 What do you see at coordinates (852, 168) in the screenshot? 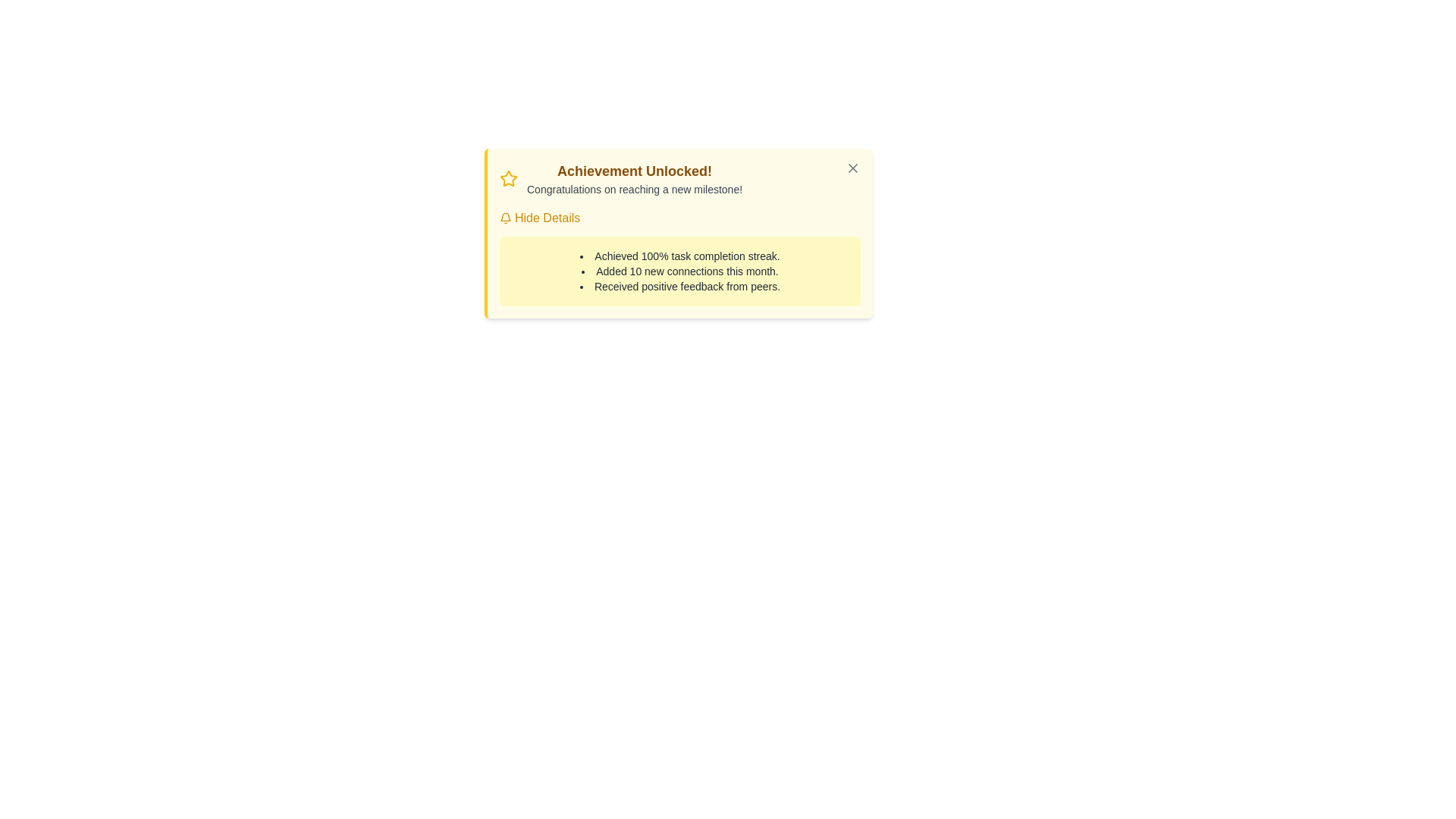
I see `the 'X' icon in the upper-right corner of the 'Achievement Unlocked!' notification card` at bounding box center [852, 168].